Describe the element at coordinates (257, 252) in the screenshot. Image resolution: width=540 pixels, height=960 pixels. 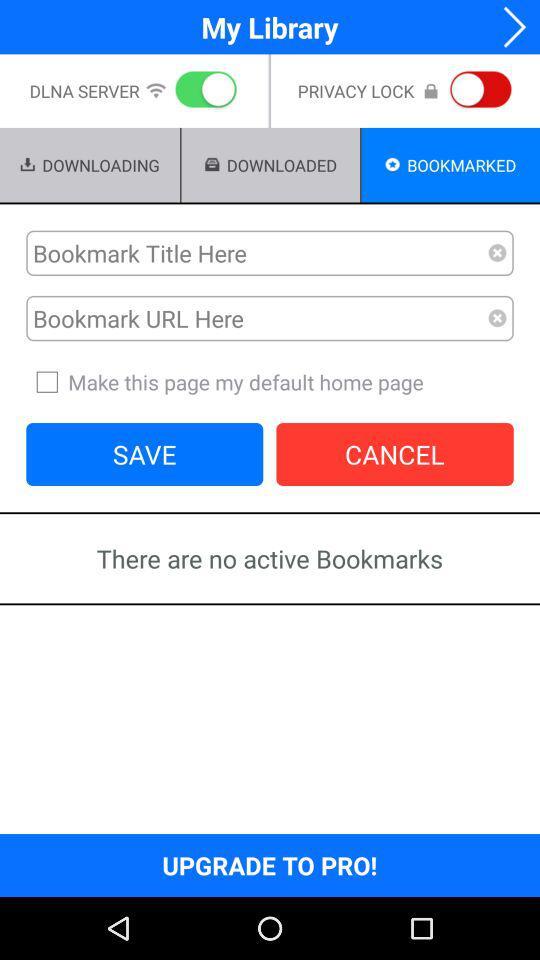
I see `input bookmark title` at that location.